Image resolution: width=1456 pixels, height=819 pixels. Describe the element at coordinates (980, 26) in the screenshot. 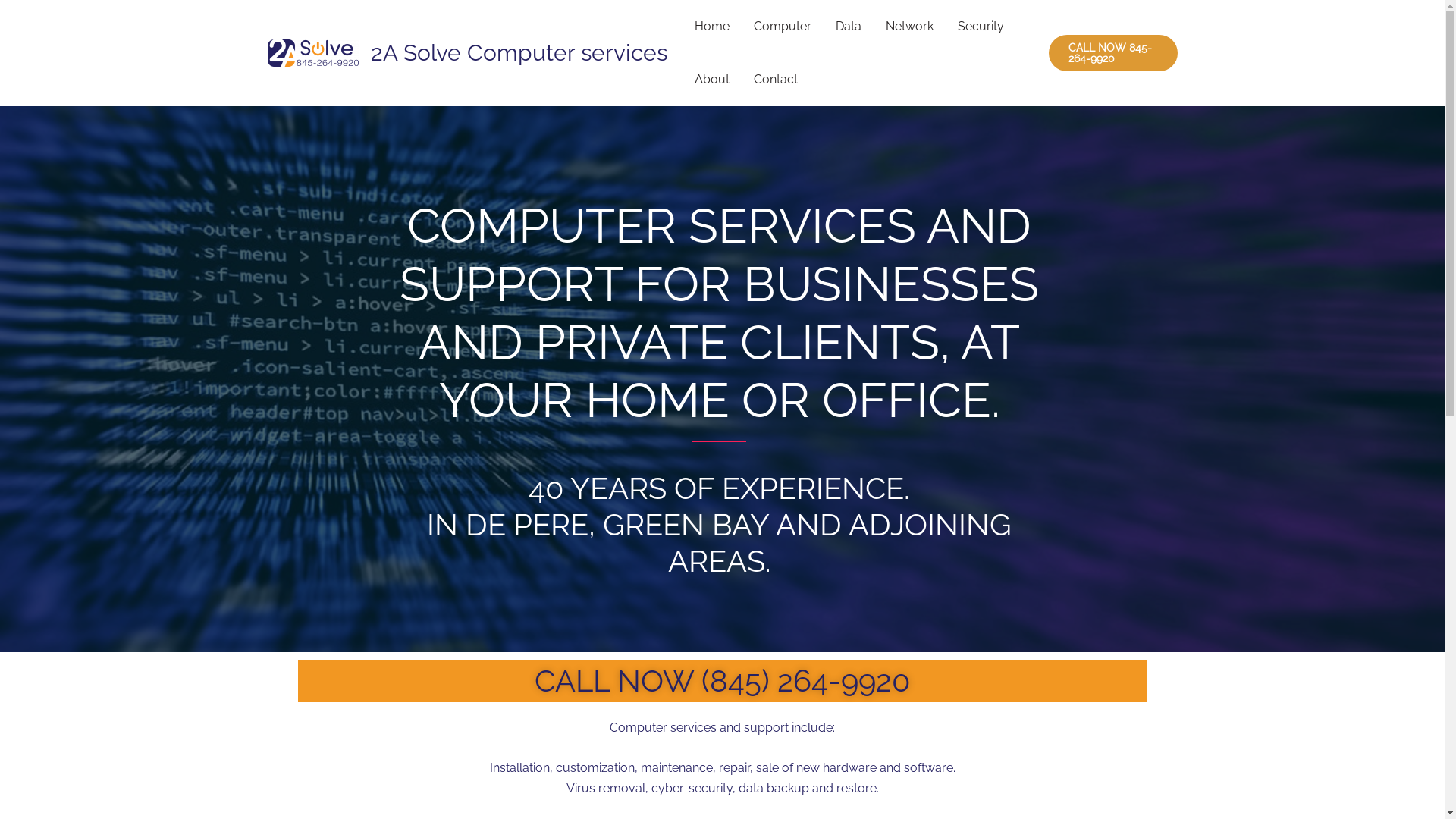

I see `'Security'` at that location.